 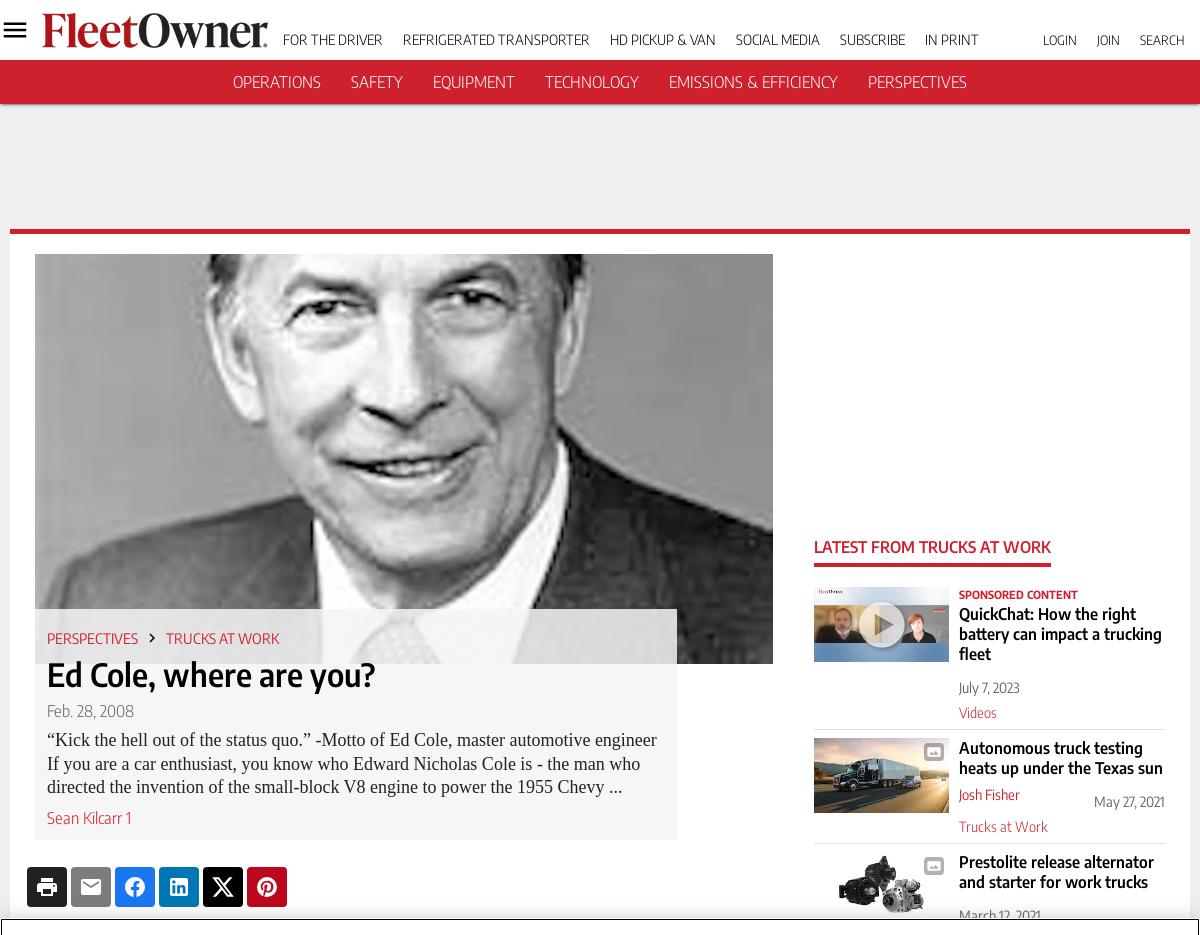 I want to click on 'Prestolite release alternator and starter for work trucks', so click(x=1055, y=870).